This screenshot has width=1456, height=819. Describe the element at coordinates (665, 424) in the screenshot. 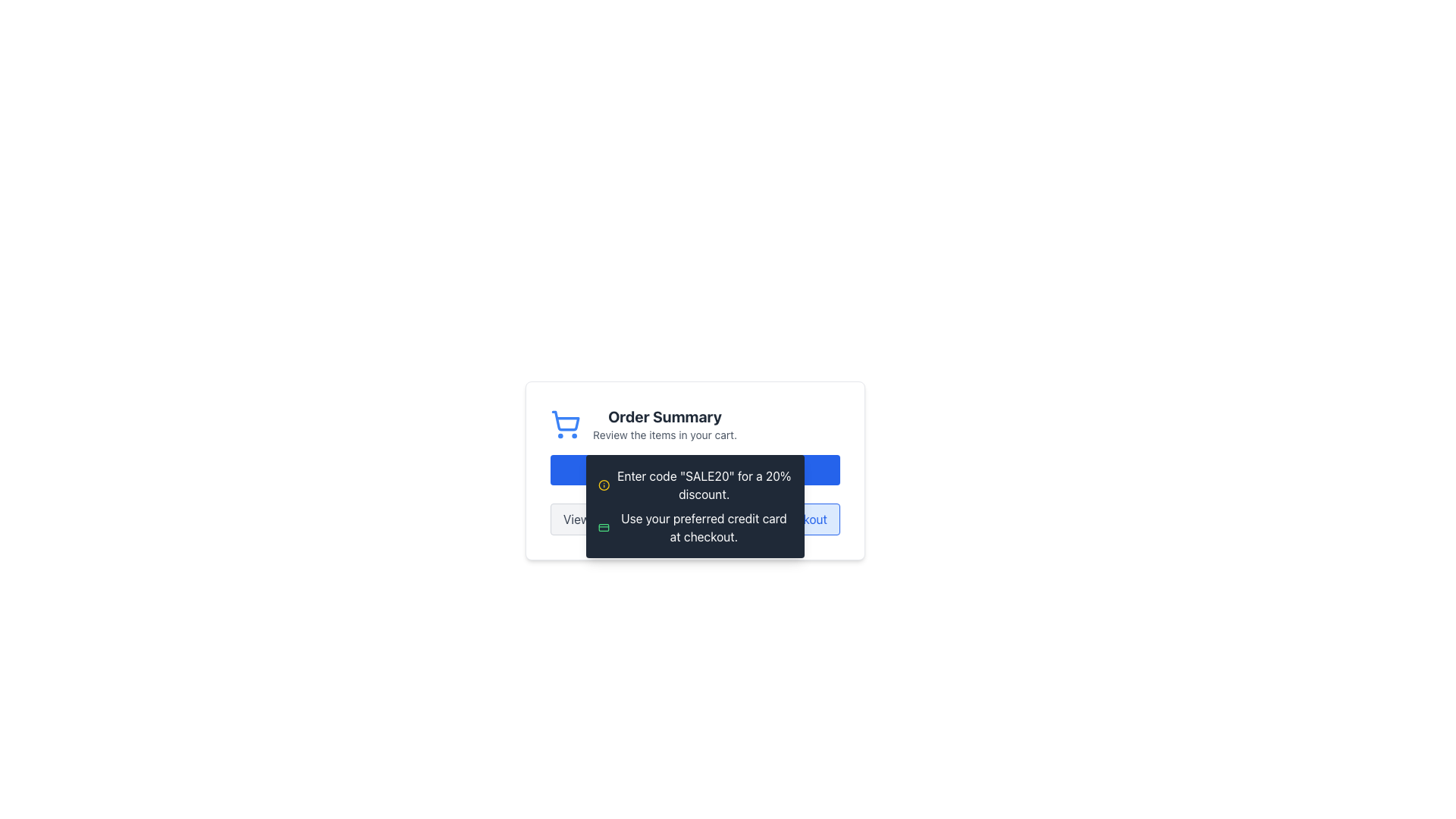

I see `the 'Order Summary' text label which contains two lines of text, with the first line in bold and larger font, and the second line in a smaller, lighter font, located centrally in the component to the right of a shopping cart icon` at that location.